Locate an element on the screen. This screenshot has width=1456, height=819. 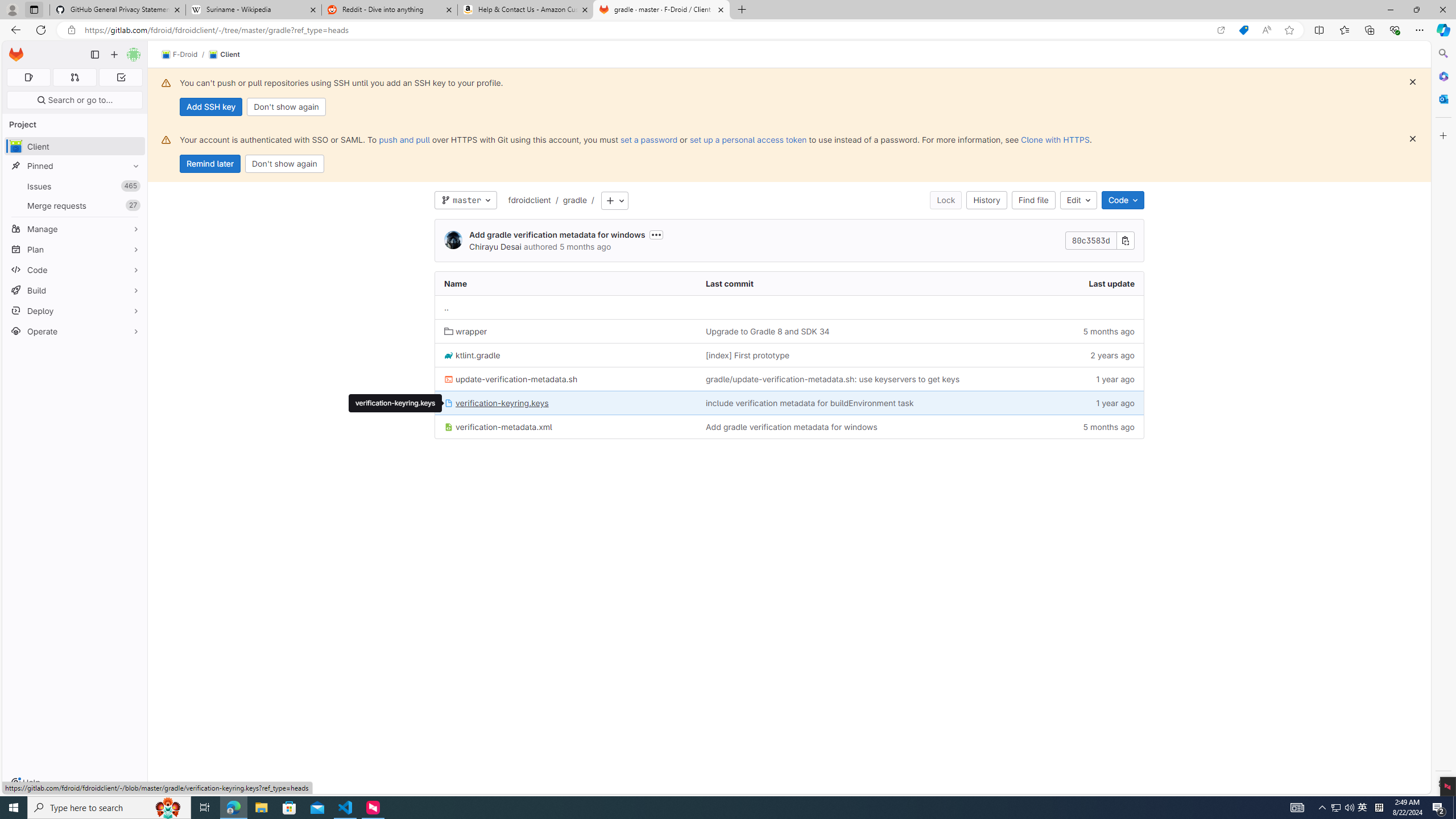
'Pinned' is located at coordinates (74, 166).